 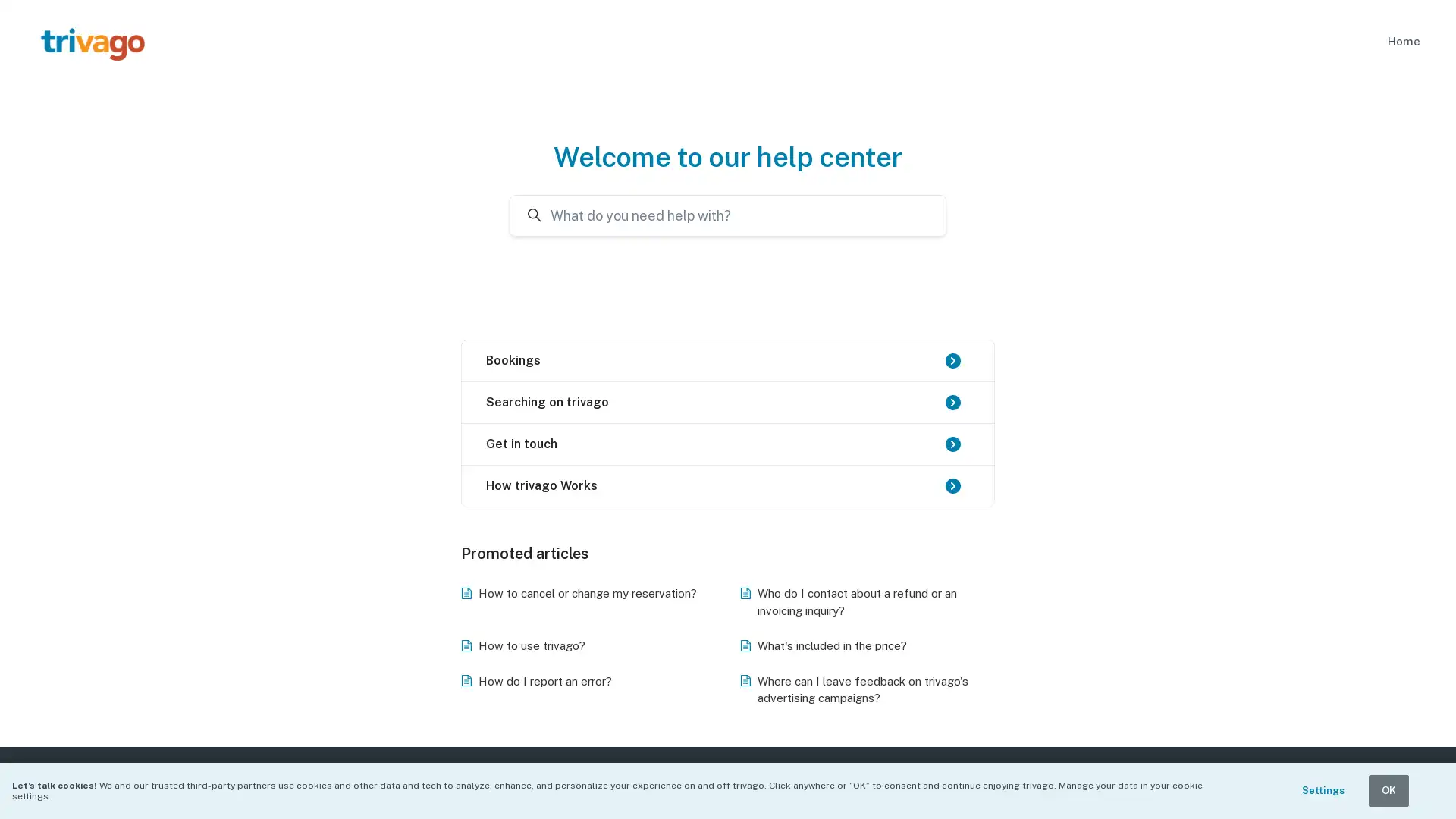 I want to click on OK, so click(x=1388, y=789).